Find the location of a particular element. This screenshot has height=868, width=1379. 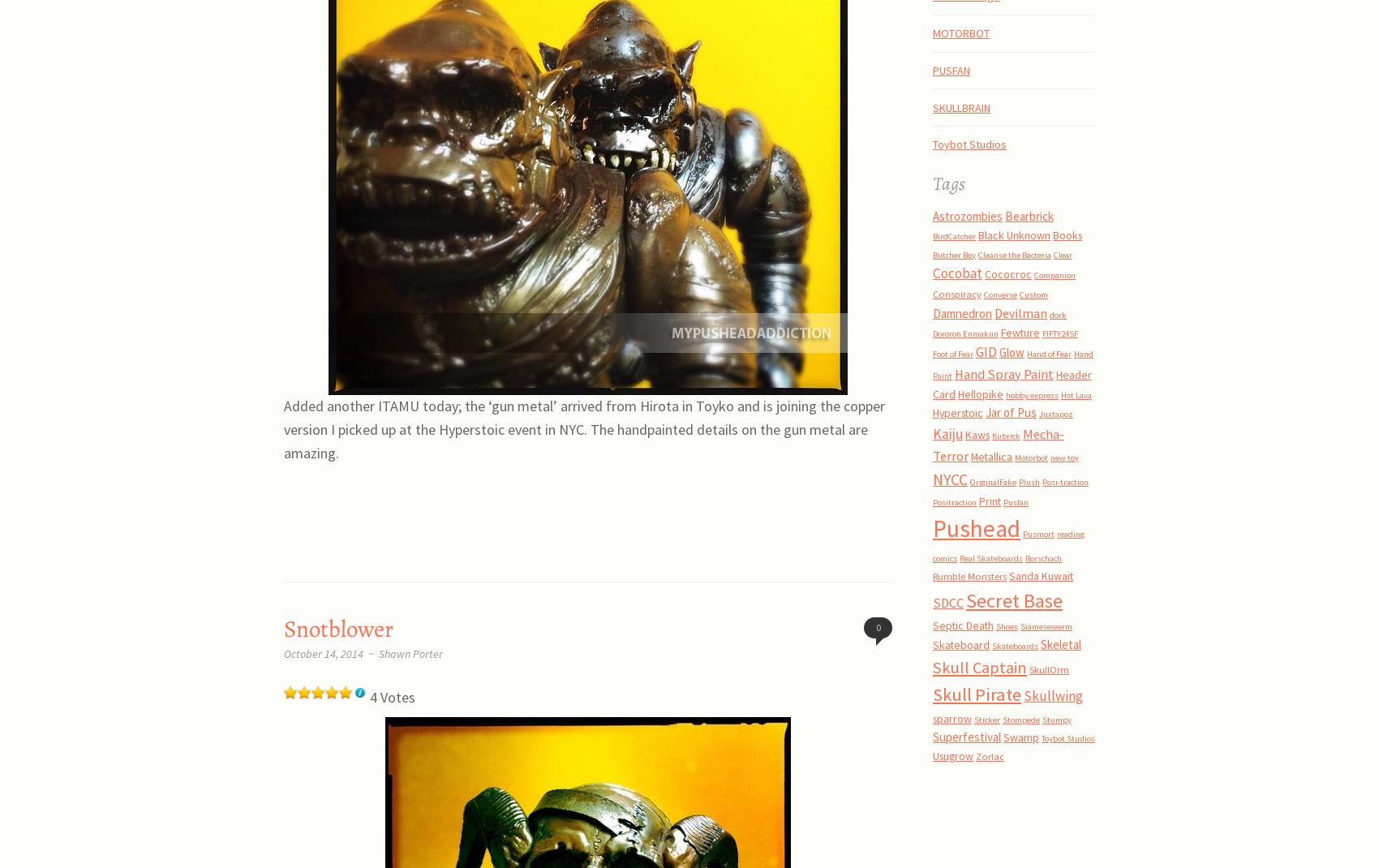

'Tags' is located at coordinates (948, 182).